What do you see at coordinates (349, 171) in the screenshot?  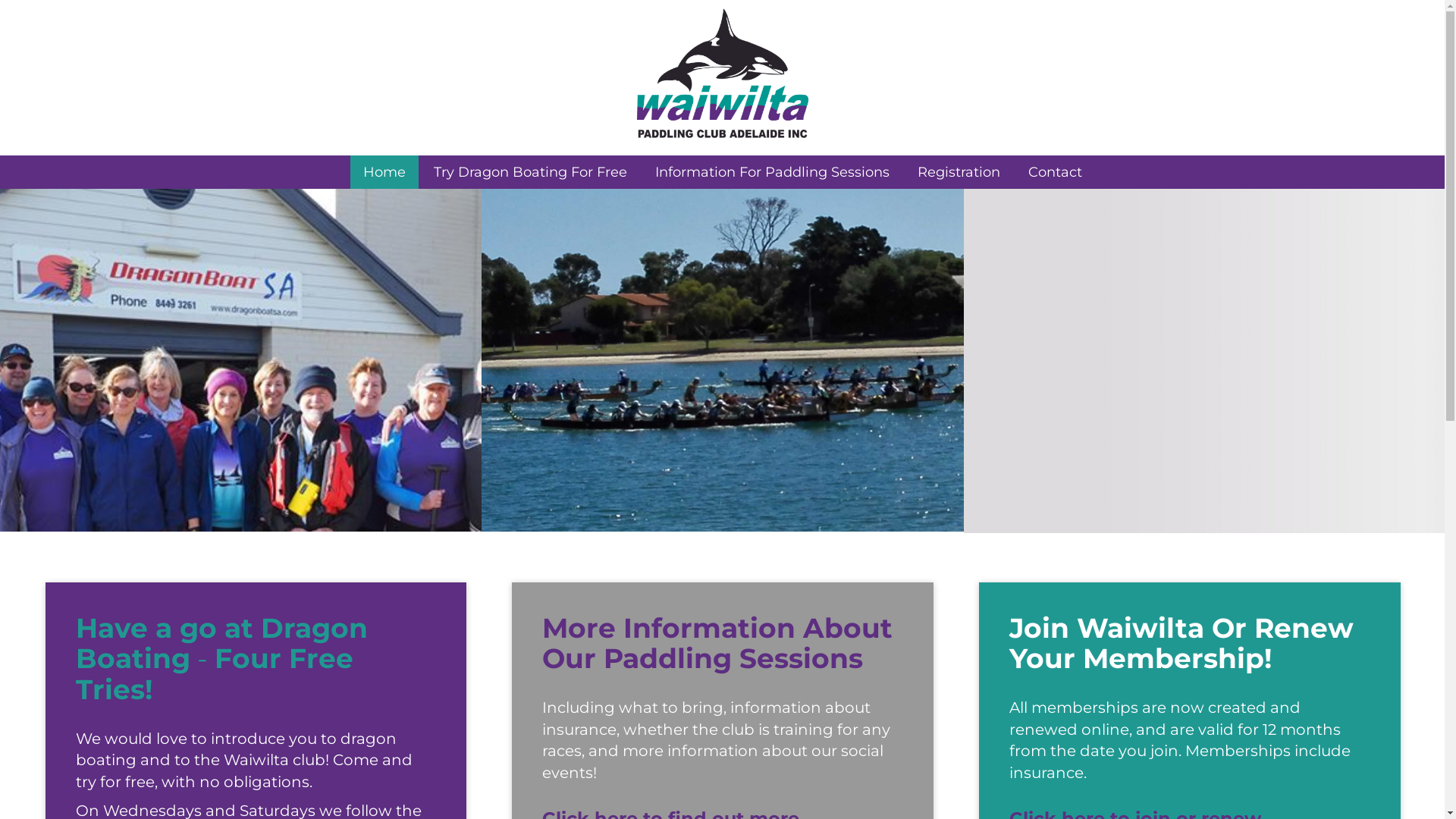 I see `'Home'` at bounding box center [349, 171].